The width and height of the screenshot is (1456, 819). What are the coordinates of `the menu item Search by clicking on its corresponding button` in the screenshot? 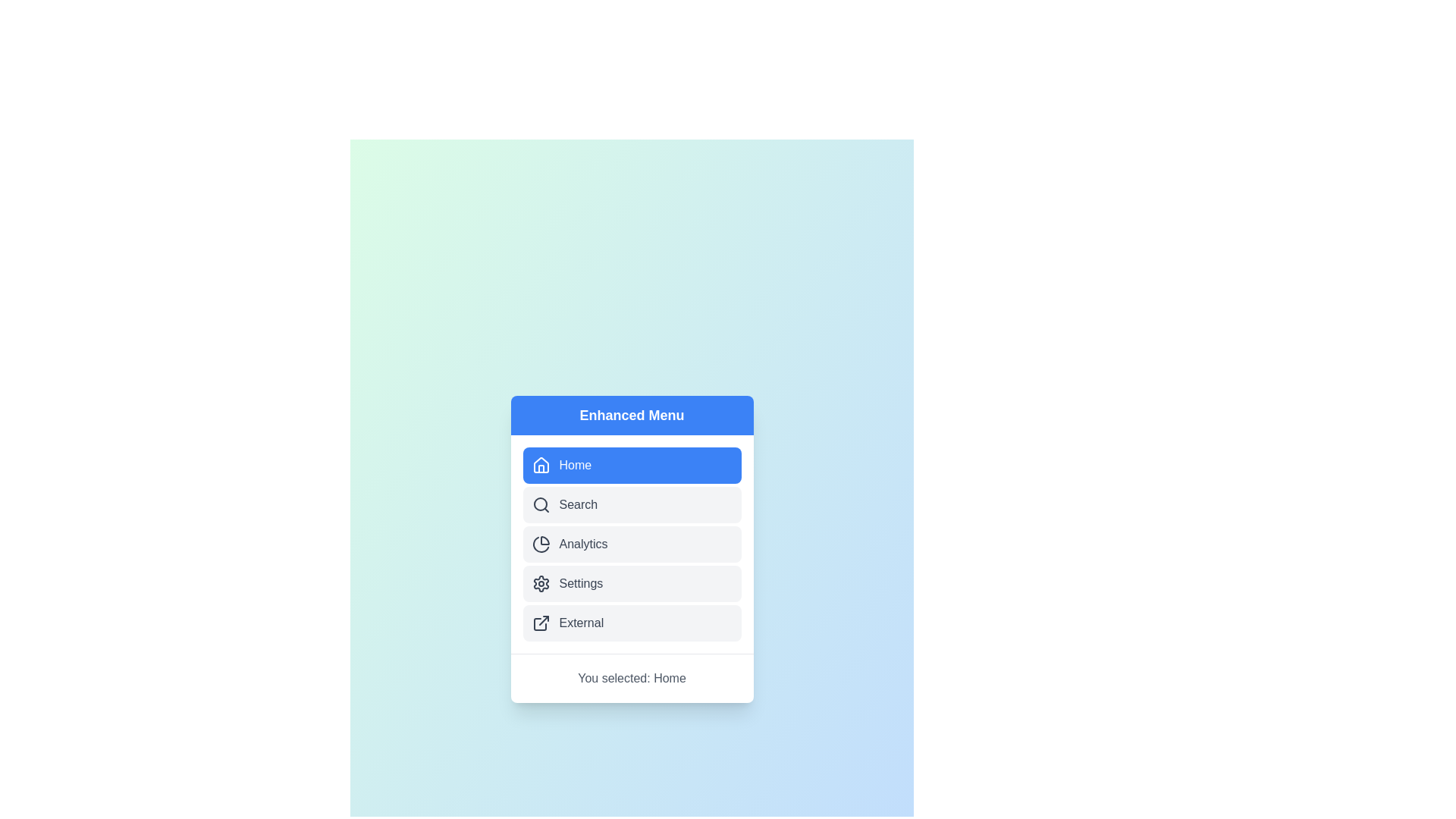 It's located at (632, 504).